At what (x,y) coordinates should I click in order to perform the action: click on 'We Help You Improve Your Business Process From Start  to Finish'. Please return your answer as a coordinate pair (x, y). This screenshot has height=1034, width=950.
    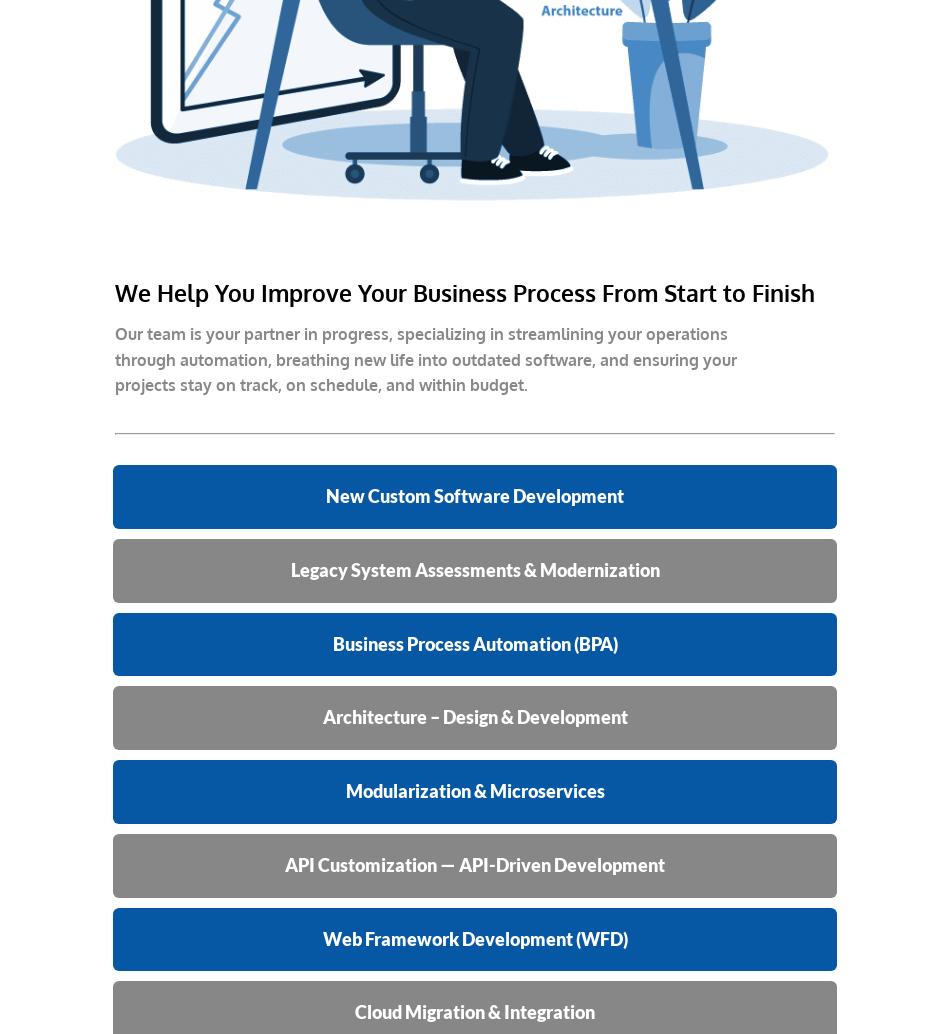
    Looking at the image, I should click on (464, 291).